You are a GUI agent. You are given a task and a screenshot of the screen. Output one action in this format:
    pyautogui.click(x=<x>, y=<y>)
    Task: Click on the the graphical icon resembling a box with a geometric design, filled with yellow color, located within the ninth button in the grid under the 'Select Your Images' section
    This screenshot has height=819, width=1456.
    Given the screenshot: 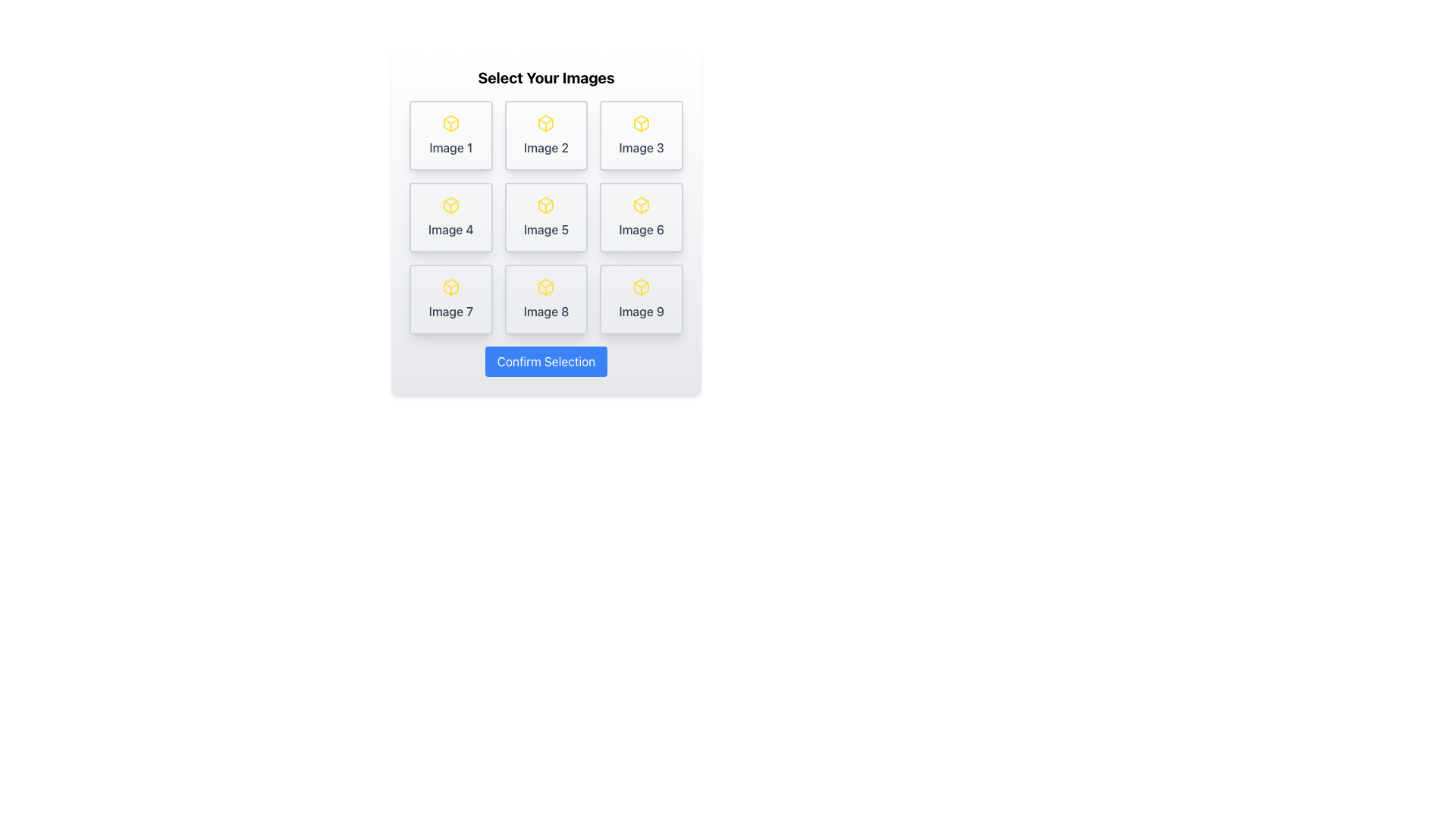 What is the action you would take?
    pyautogui.click(x=642, y=287)
    